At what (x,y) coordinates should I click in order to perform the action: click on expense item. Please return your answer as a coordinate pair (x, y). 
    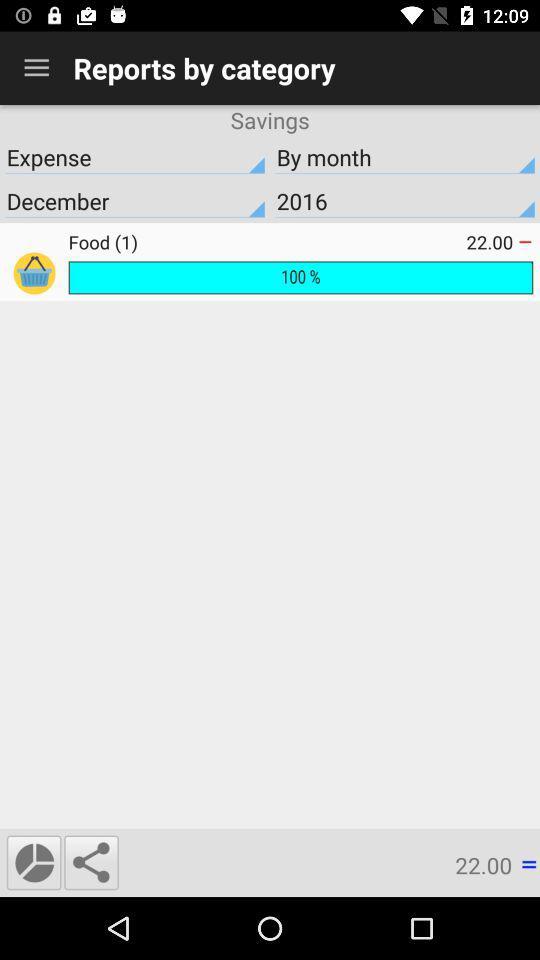
    Looking at the image, I should click on (135, 156).